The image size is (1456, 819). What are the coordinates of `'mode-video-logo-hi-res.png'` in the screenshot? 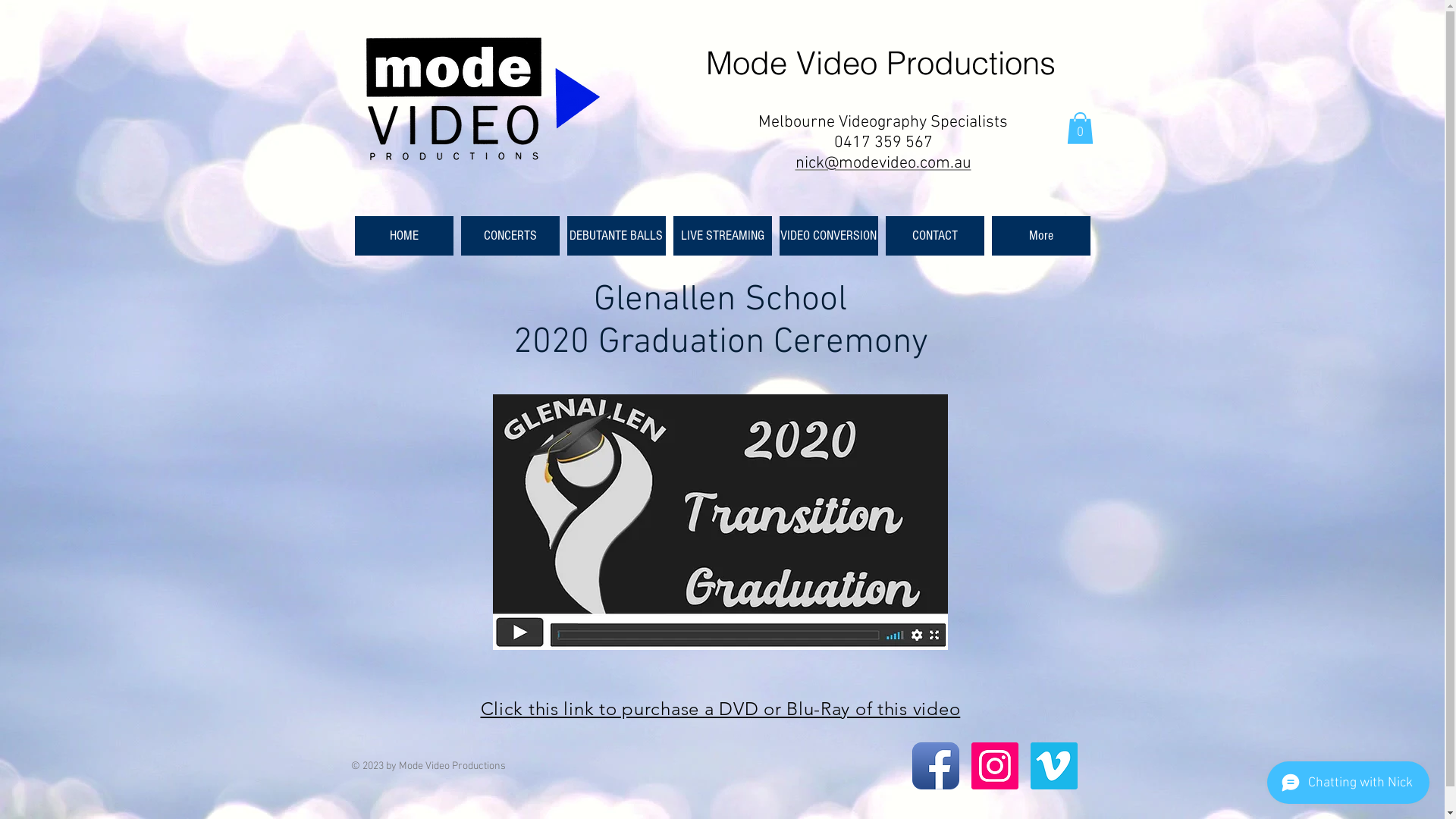 It's located at (481, 100).